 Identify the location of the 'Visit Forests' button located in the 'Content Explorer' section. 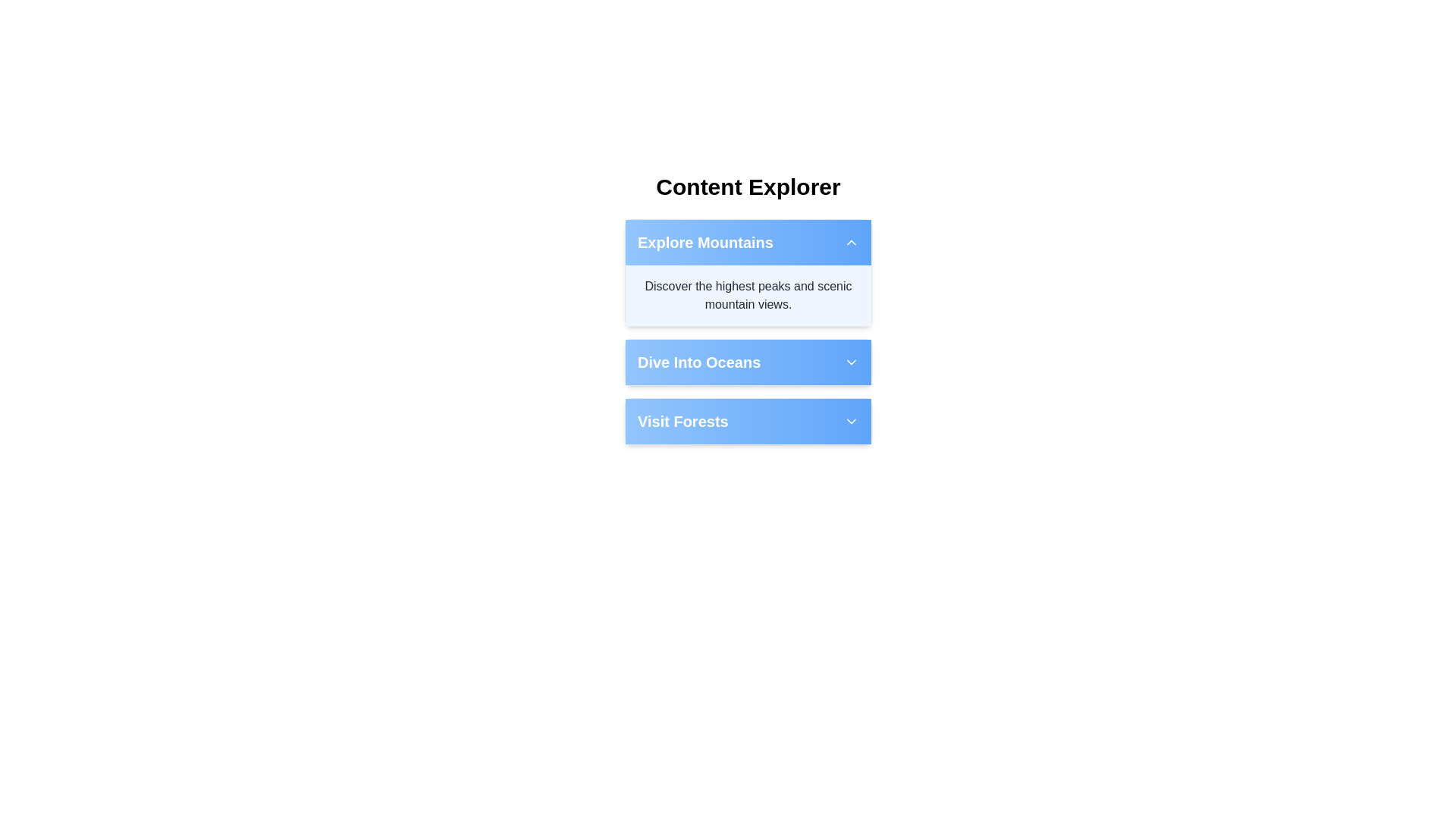
(748, 421).